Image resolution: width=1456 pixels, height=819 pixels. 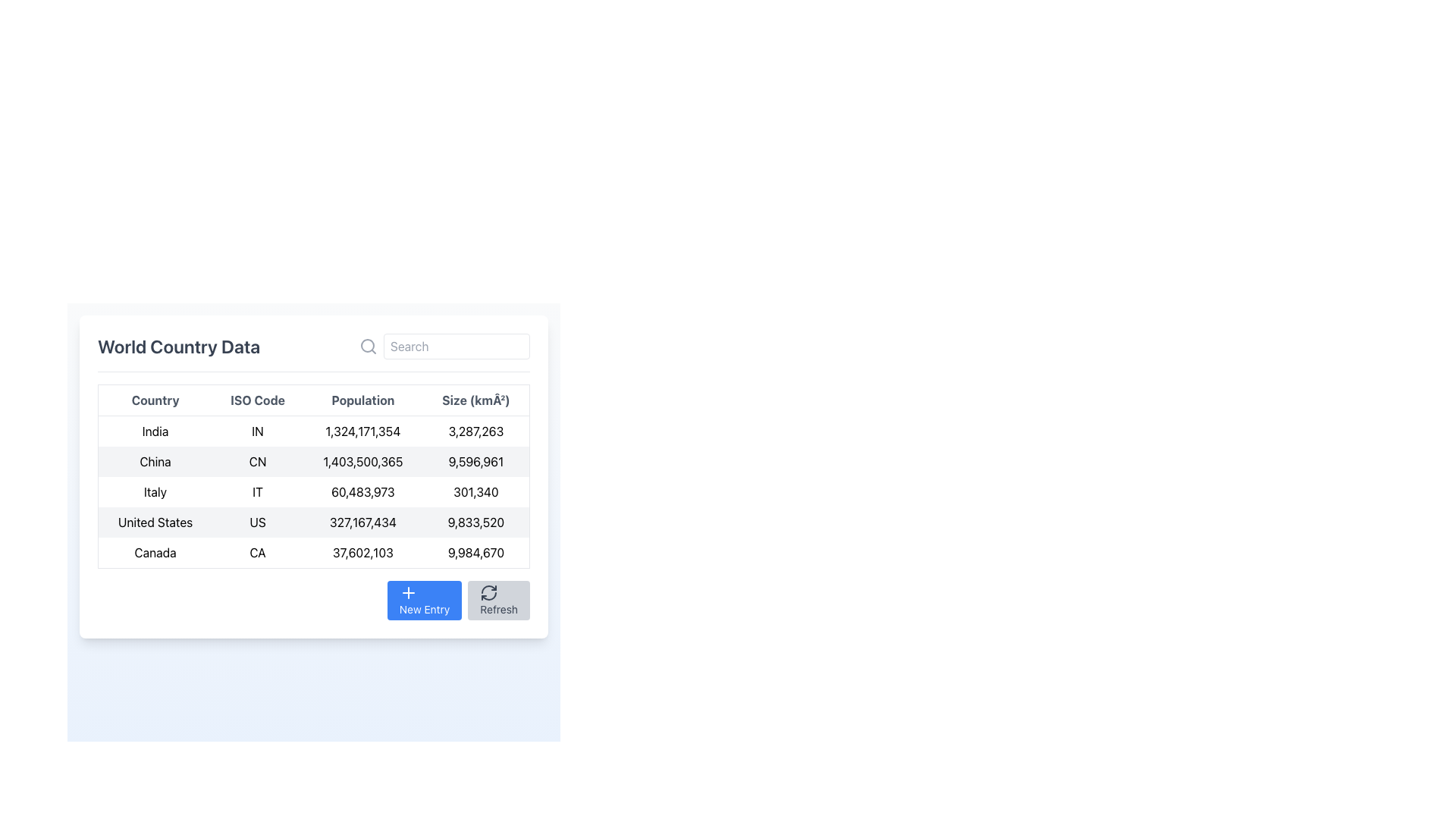 I want to click on the first row in the 'World Country Data' table, which contains the entries 'India', 'IN', '1,324,171,354', and '3,287,263', so click(x=312, y=431).